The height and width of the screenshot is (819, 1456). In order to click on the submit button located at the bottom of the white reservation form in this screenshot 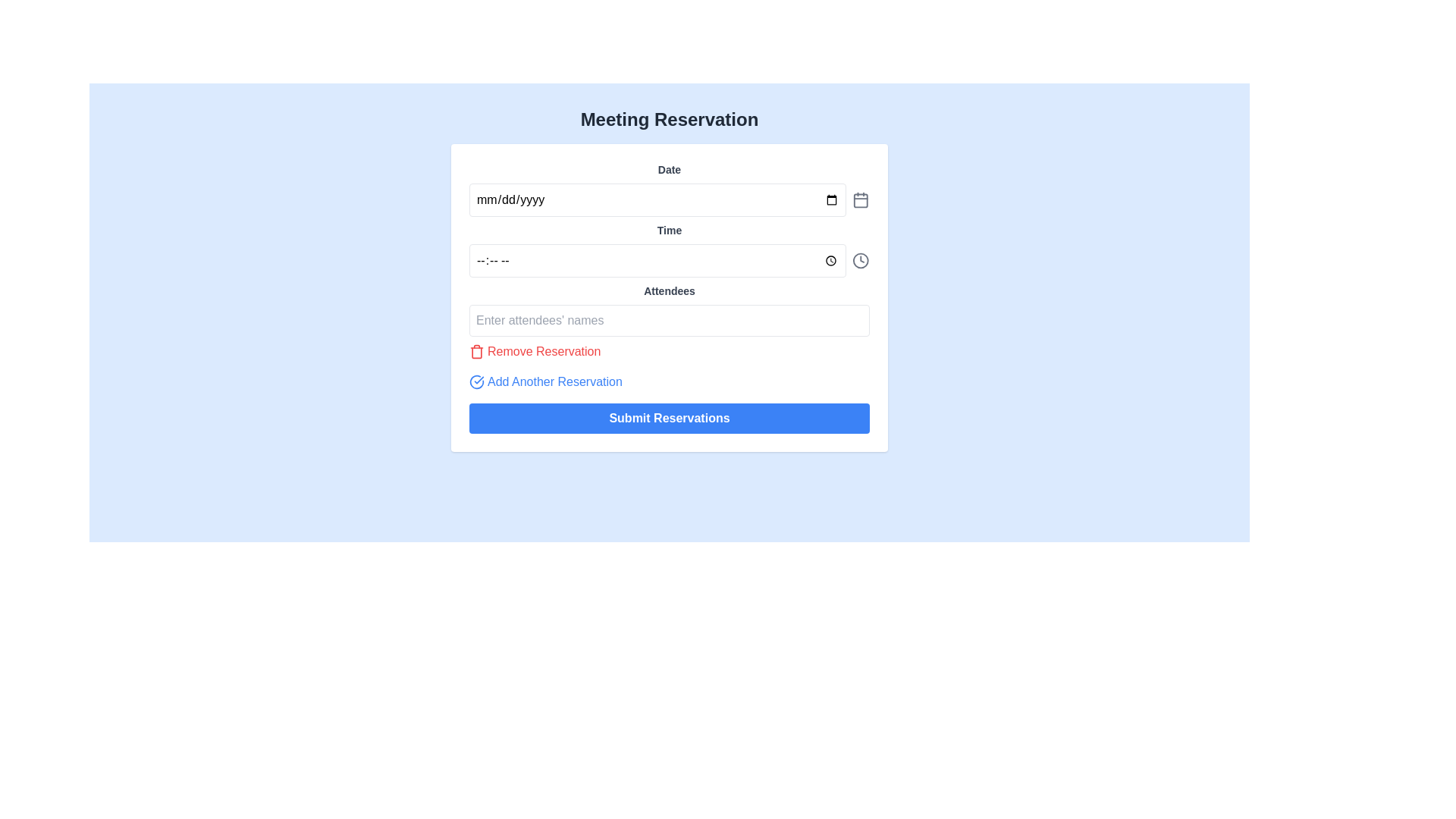, I will do `click(669, 418)`.